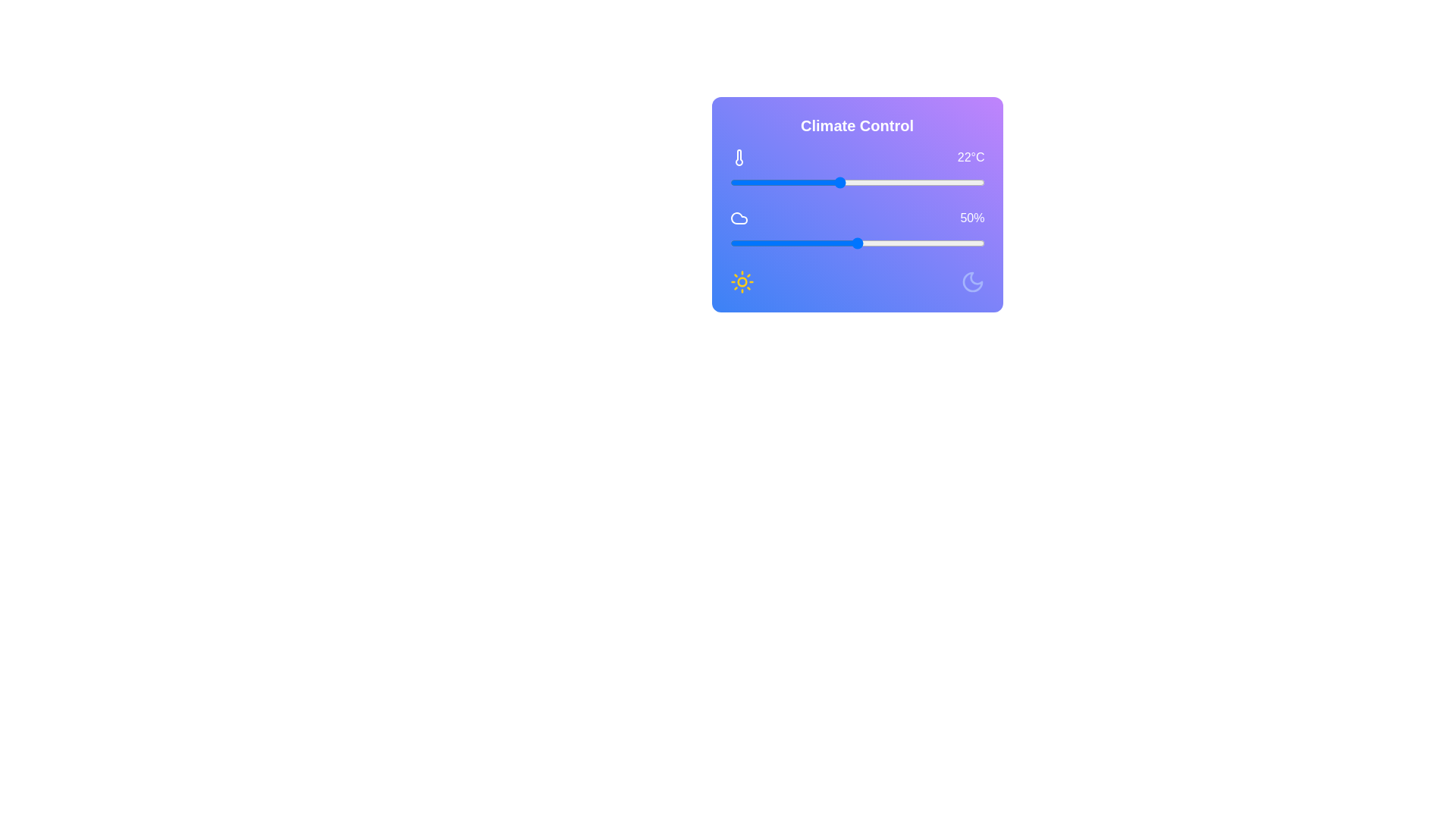 The width and height of the screenshot is (1456, 819). Describe the element at coordinates (872, 218) in the screenshot. I see `the slider` at that location.